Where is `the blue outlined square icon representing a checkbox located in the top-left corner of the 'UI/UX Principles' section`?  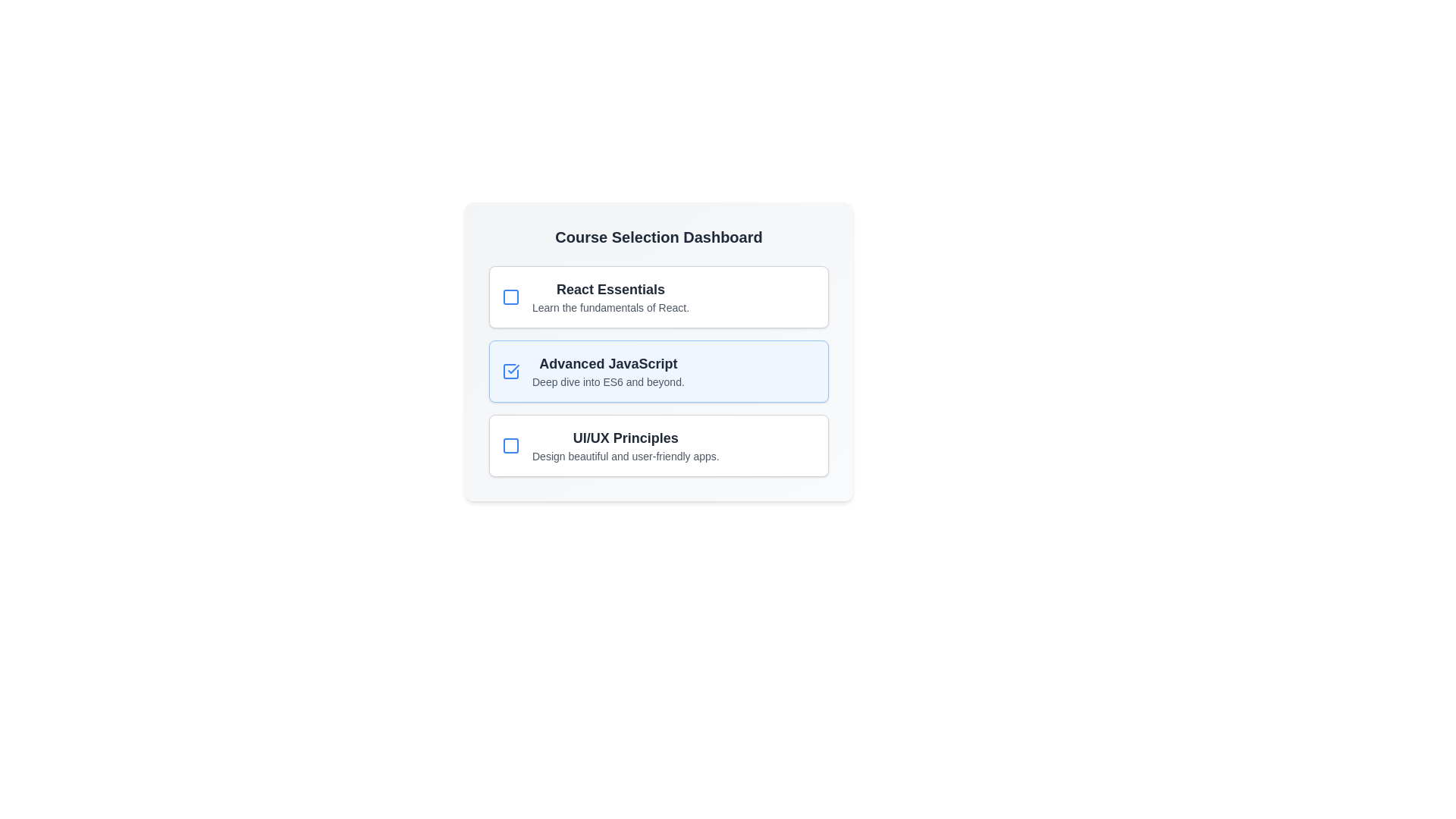
the blue outlined square icon representing a checkbox located in the top-left corner of the 'UI/UX Principles' section is located at coordinates (510, 444).